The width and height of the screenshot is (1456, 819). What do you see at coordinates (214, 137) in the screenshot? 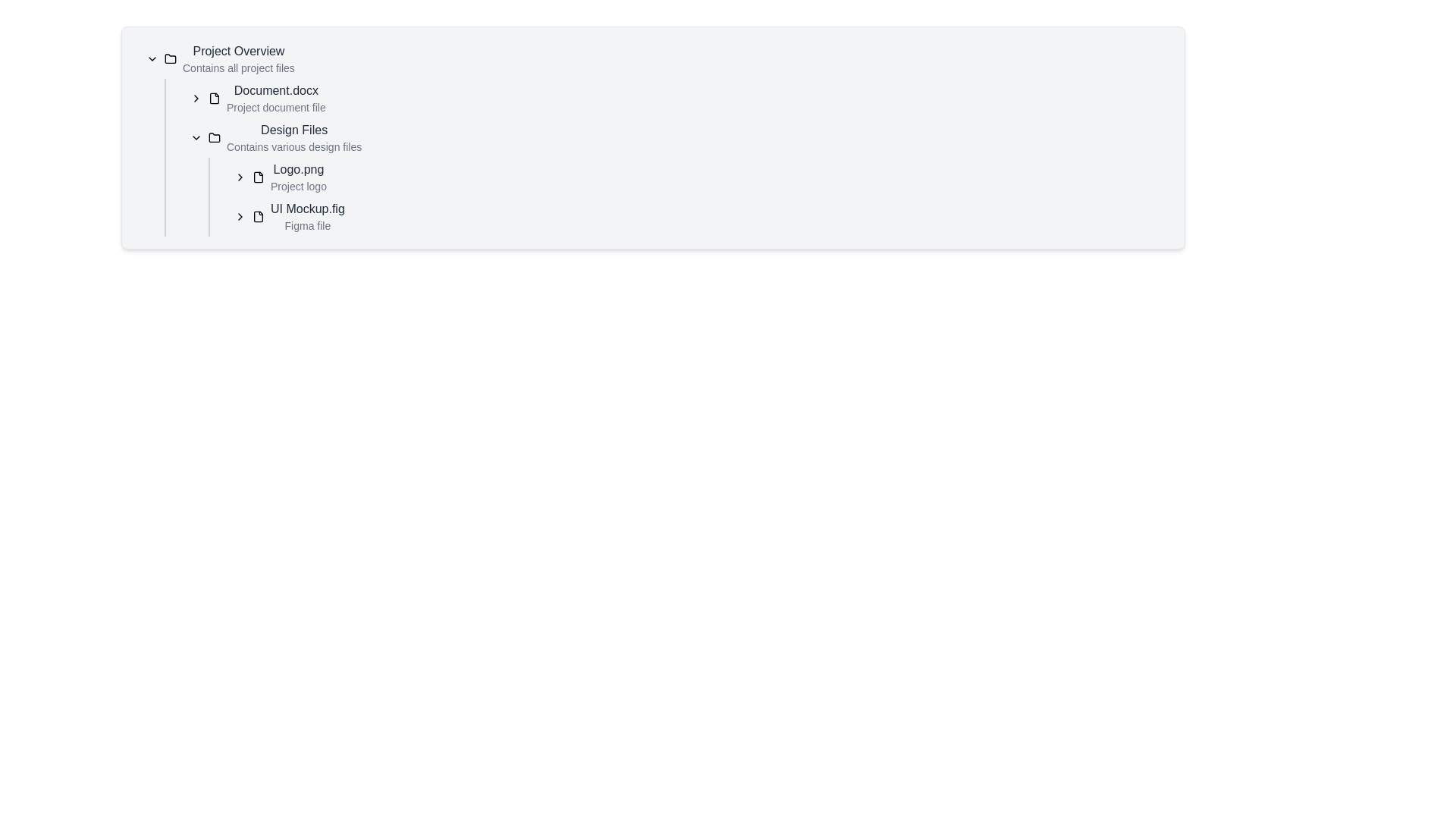
I see `the 'Design Files' folder icon located in the left-hand section of the hierarchical file structure interface` at bounding box center [214, 137].